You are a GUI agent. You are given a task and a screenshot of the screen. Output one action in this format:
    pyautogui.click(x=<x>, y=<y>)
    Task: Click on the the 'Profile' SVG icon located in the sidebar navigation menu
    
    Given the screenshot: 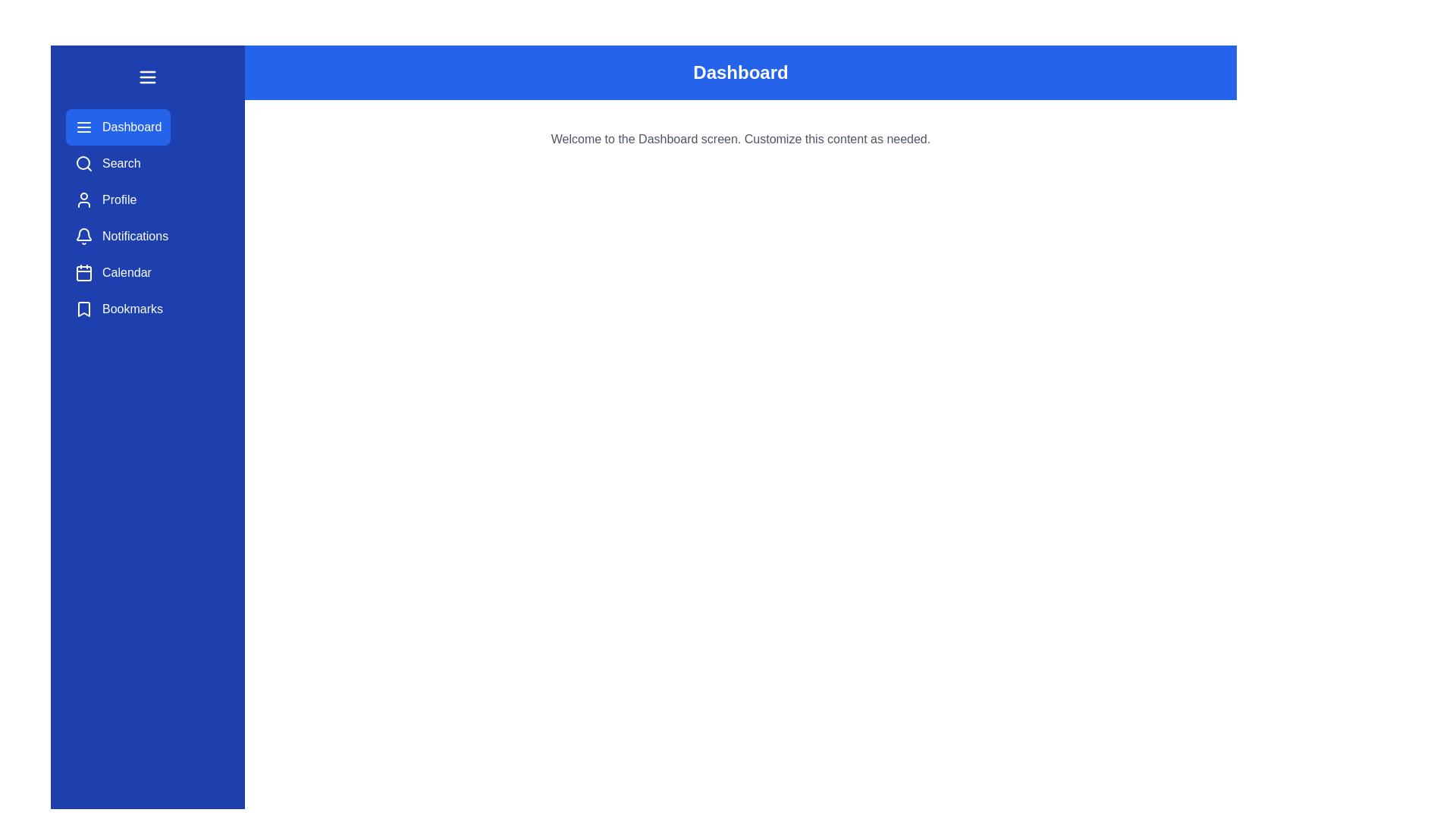 What is the action you would take?
    pyautogui.click(x=83, y=199)
    